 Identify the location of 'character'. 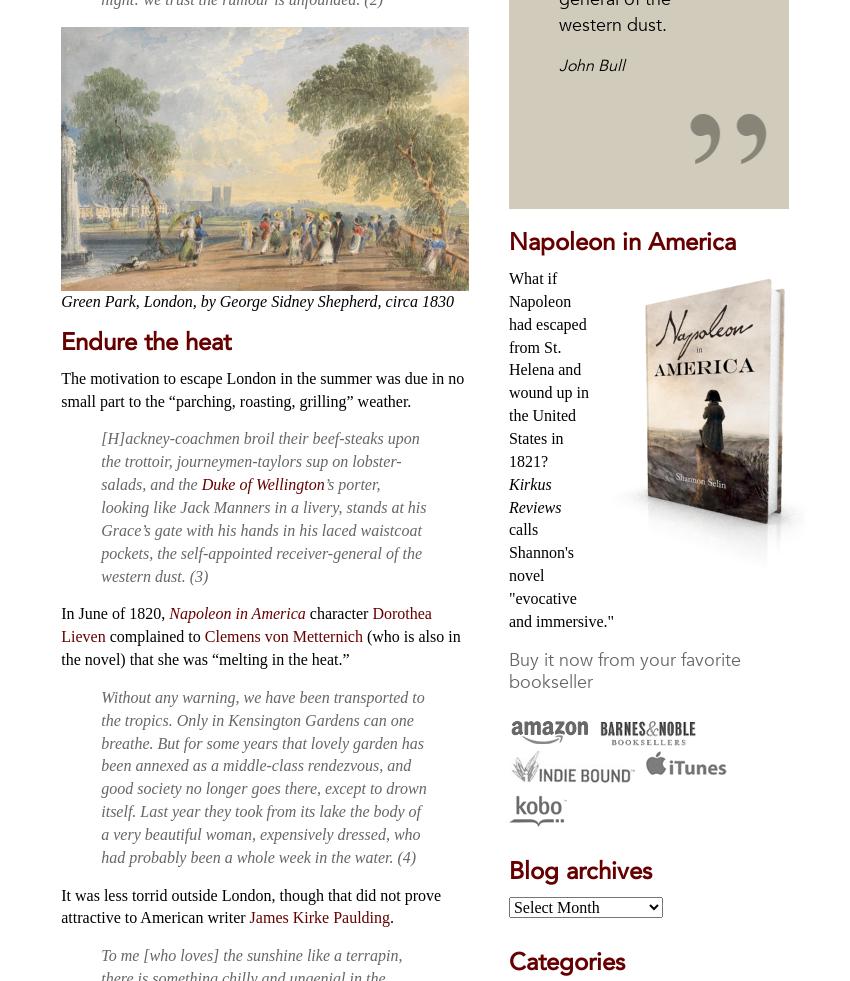
(304, 613).